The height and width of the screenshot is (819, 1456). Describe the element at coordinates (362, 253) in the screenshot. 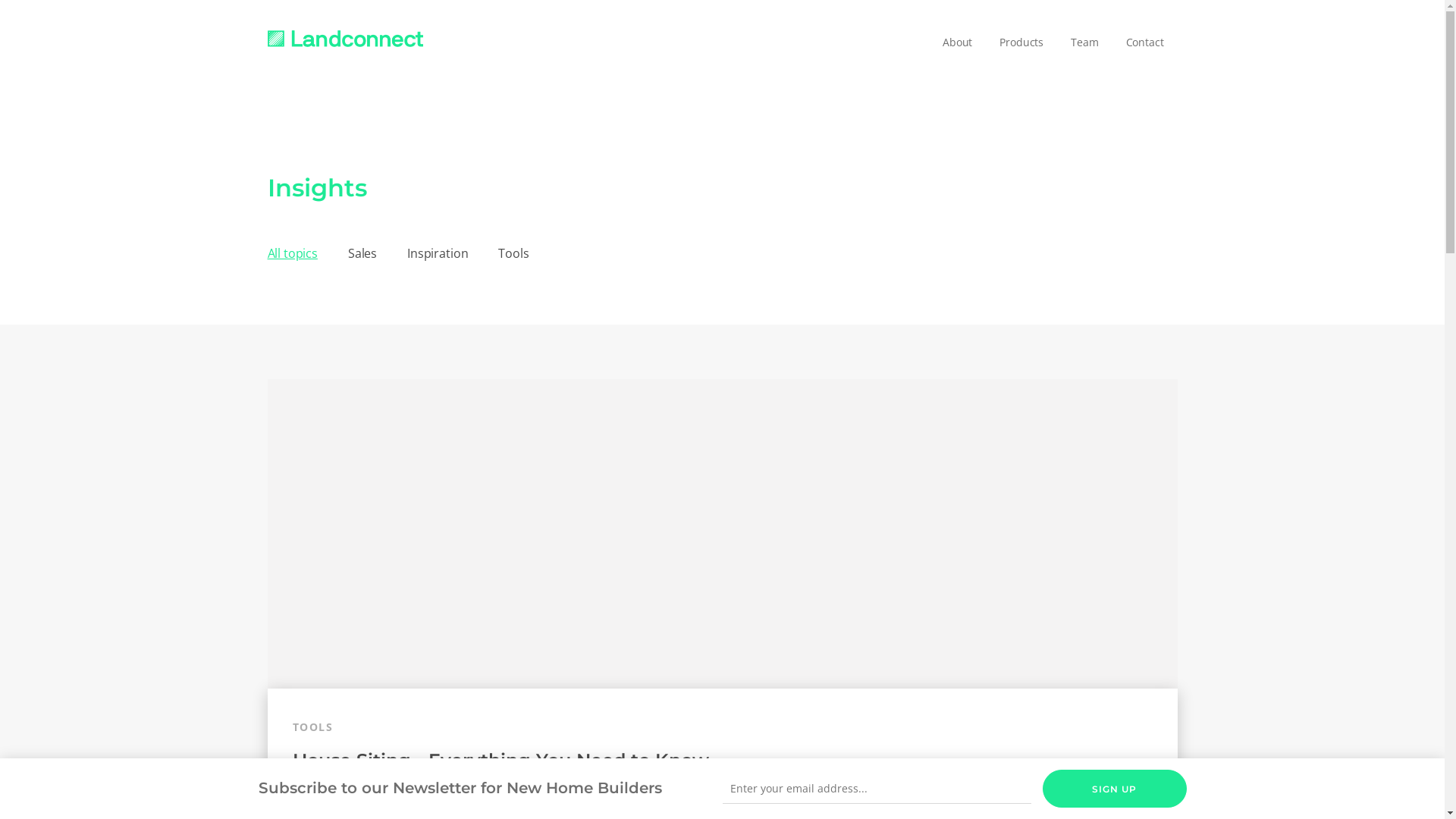

I see `'Sales'` at that location.